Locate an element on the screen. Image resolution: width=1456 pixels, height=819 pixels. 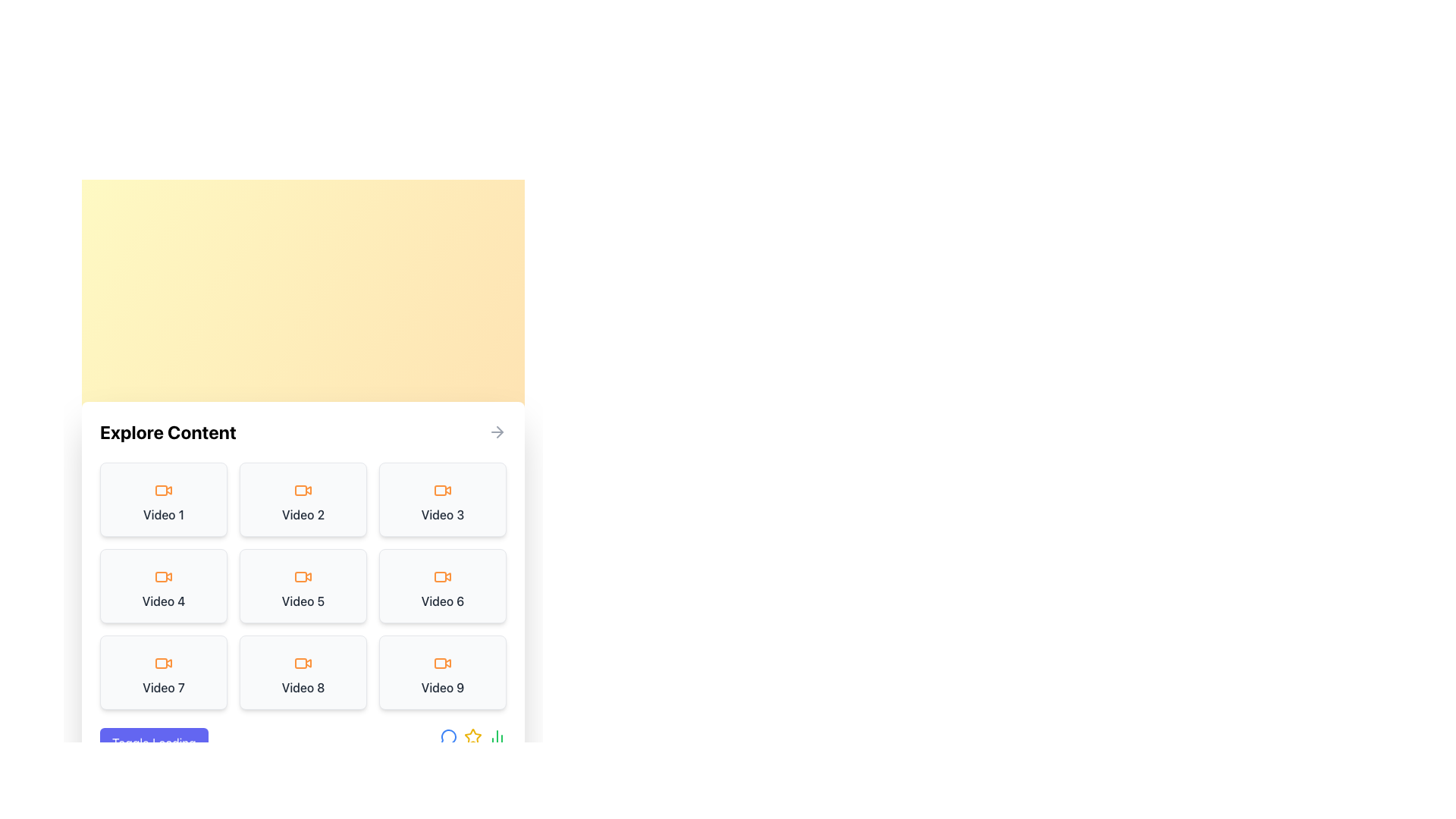
the video card labeled 'Video 9' located in the last column of the last row within the 'Explore Content' section is located at coordinates (442, 672).